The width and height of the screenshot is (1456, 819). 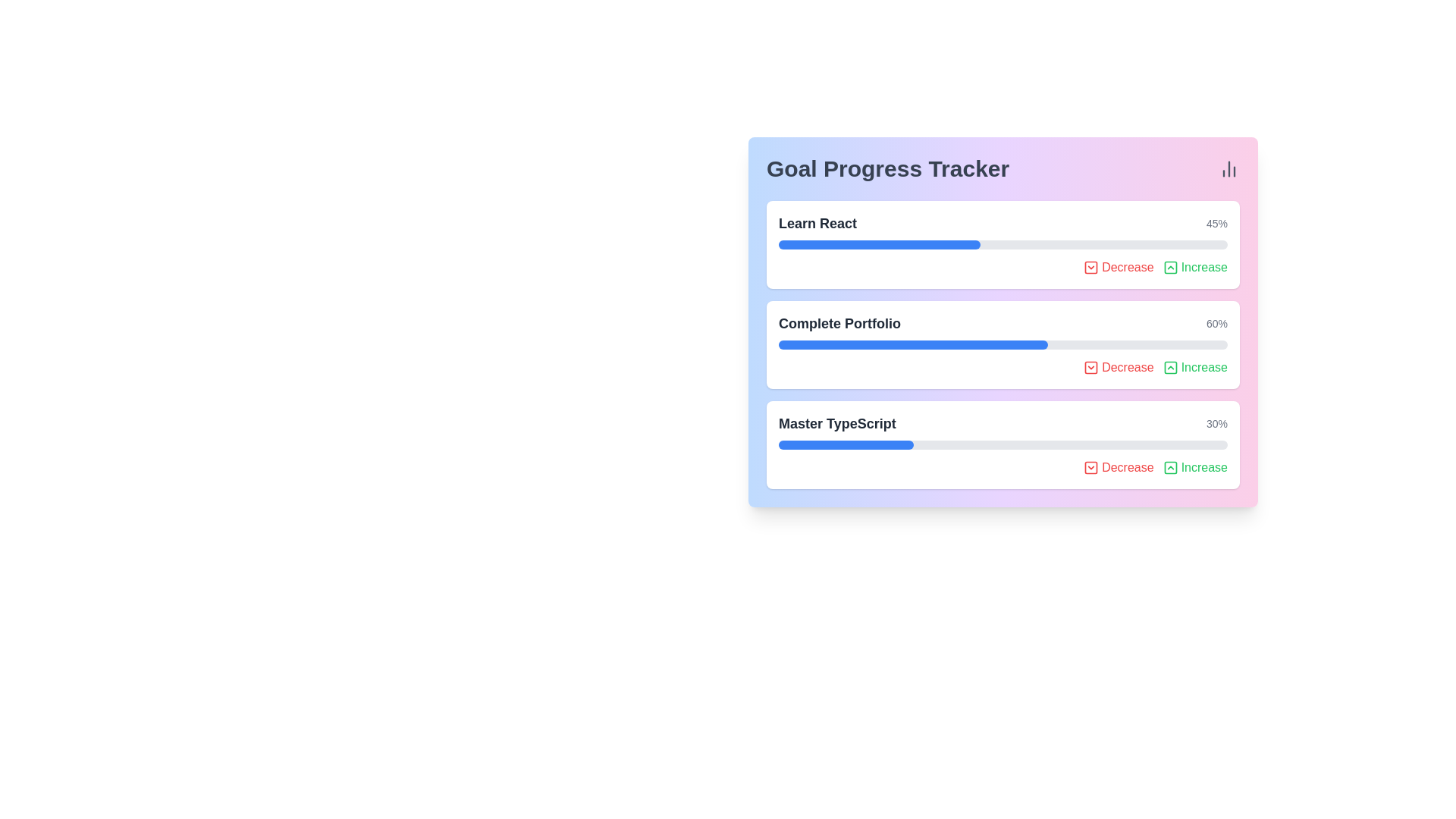 I want to click on the 'Decrease' button, which is red with a chevron-down icon, located to the left of the 'Increase' button in the progress control section of the 'Complete Portfolio' progress bar, so click(x=1119, y=368).